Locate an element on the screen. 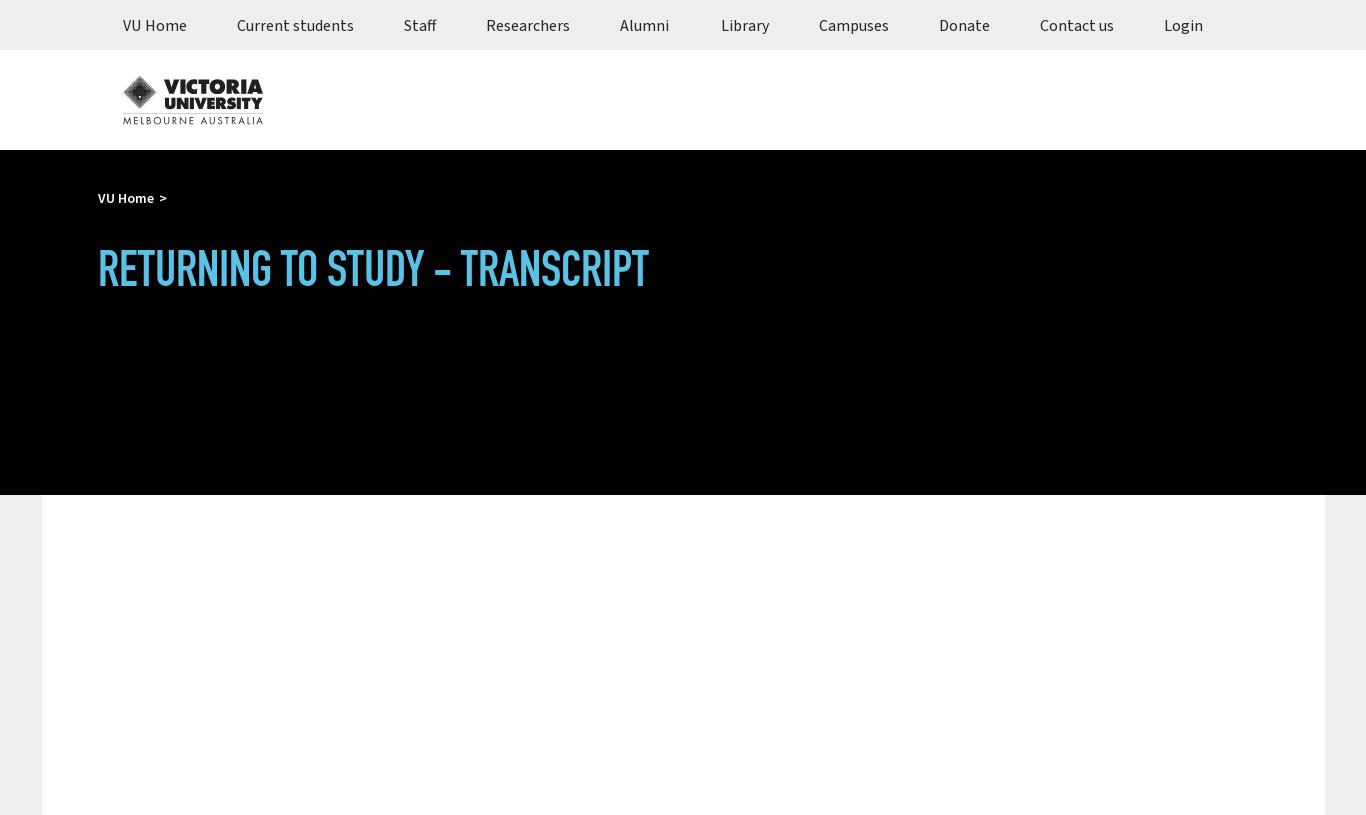  'Donate' is located at coordinates (964, 24).